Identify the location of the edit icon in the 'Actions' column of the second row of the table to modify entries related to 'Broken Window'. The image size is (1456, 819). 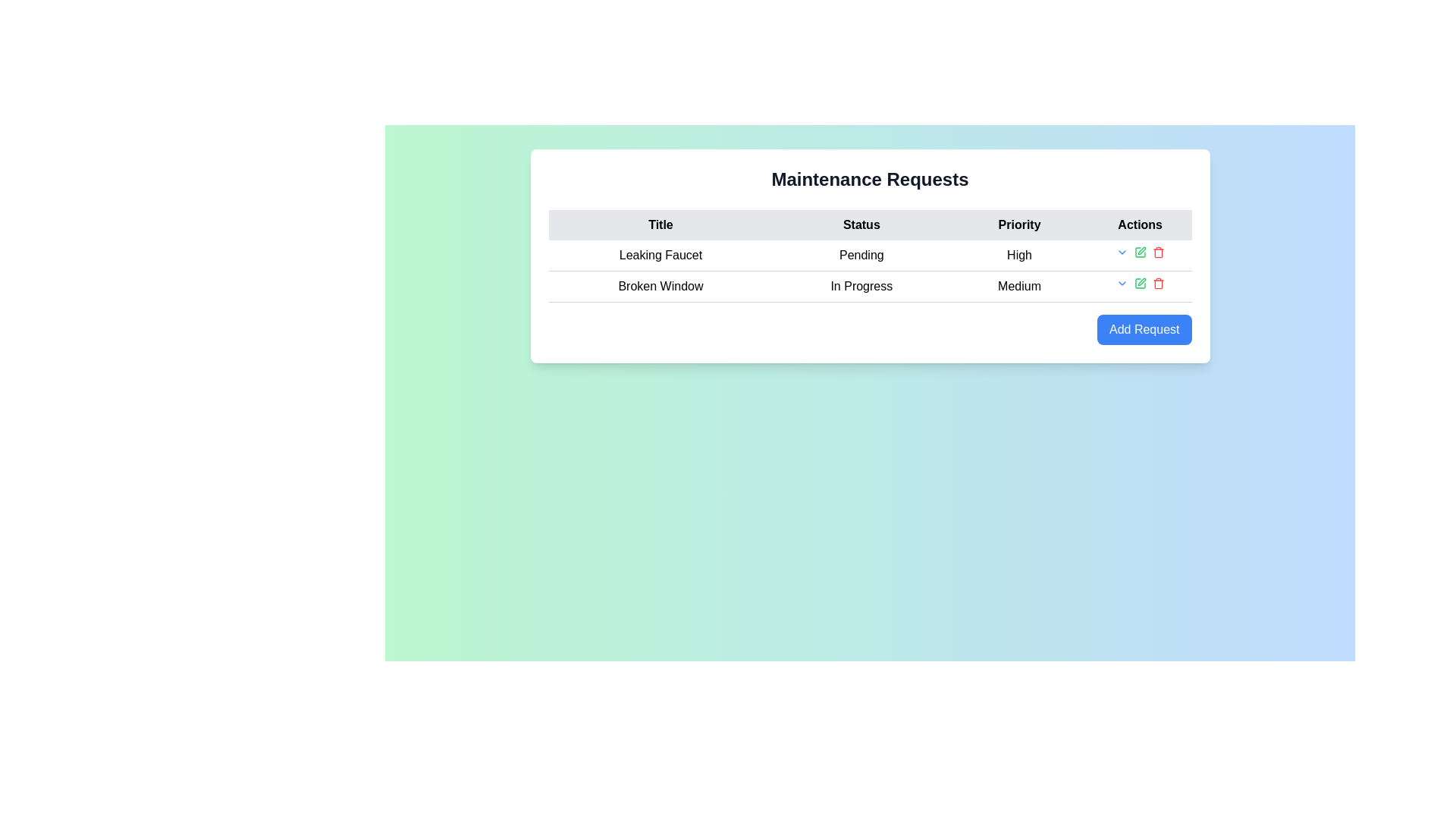
(1141, 281).